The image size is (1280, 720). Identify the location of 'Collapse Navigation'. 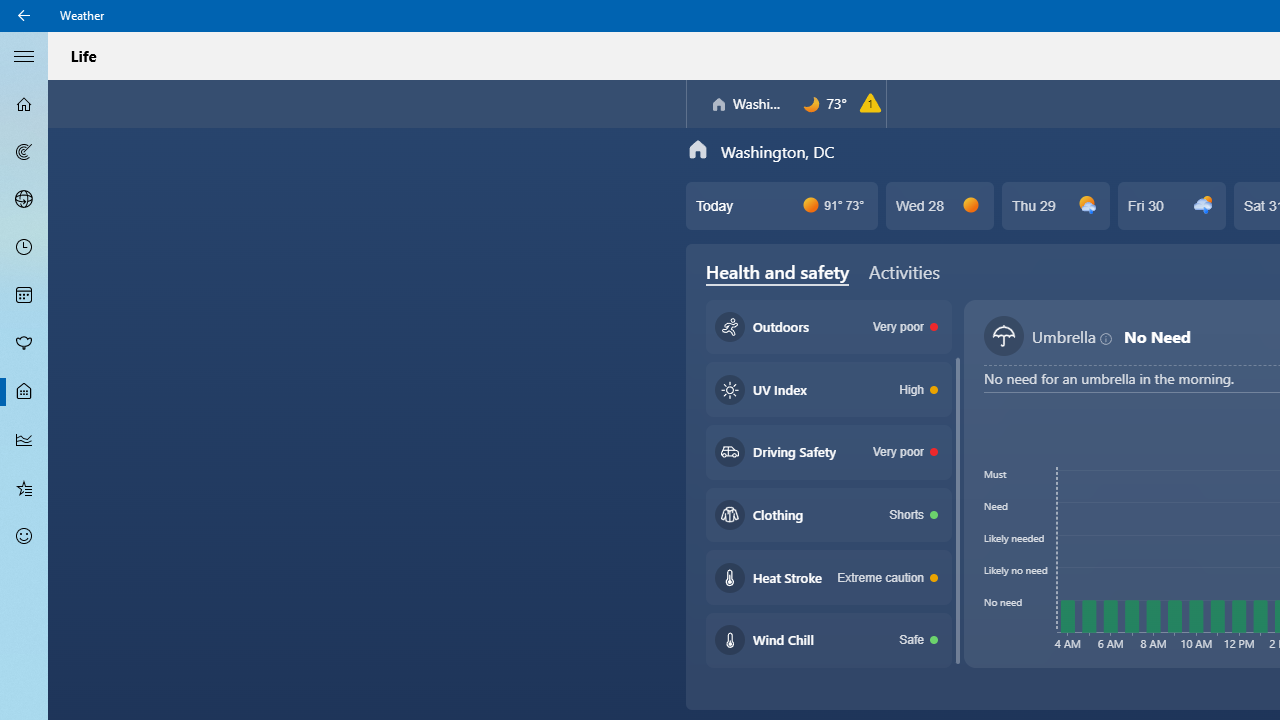
(24, 54).